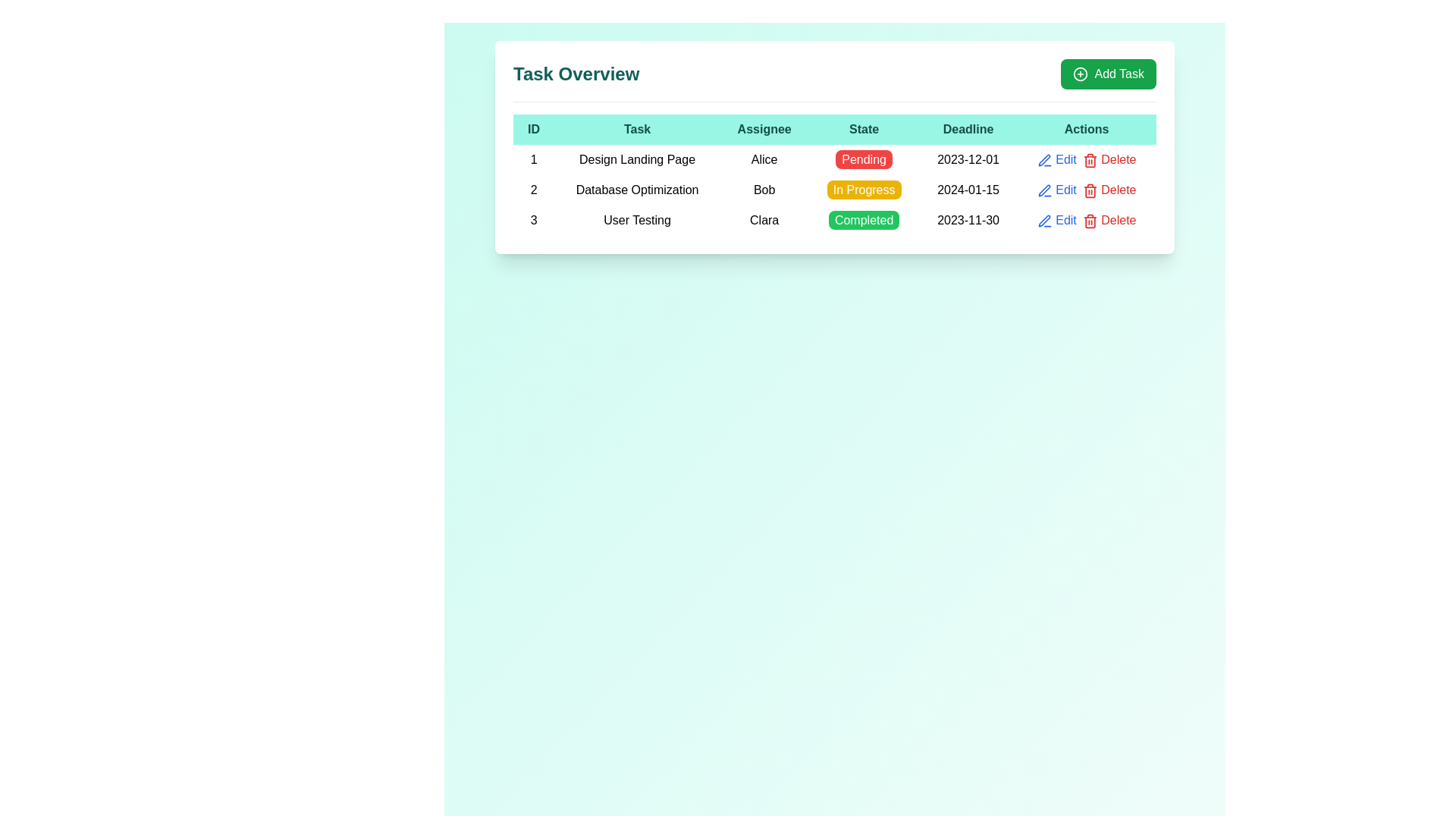  Describe the element at coordinates (967, 220) in the screenshot. I see `the text displaying the date '2023-11-30' in the 'Deadline' column of the task list for 'User Testing' assigned to 'Clara' marked as 'Completed'` at that location.